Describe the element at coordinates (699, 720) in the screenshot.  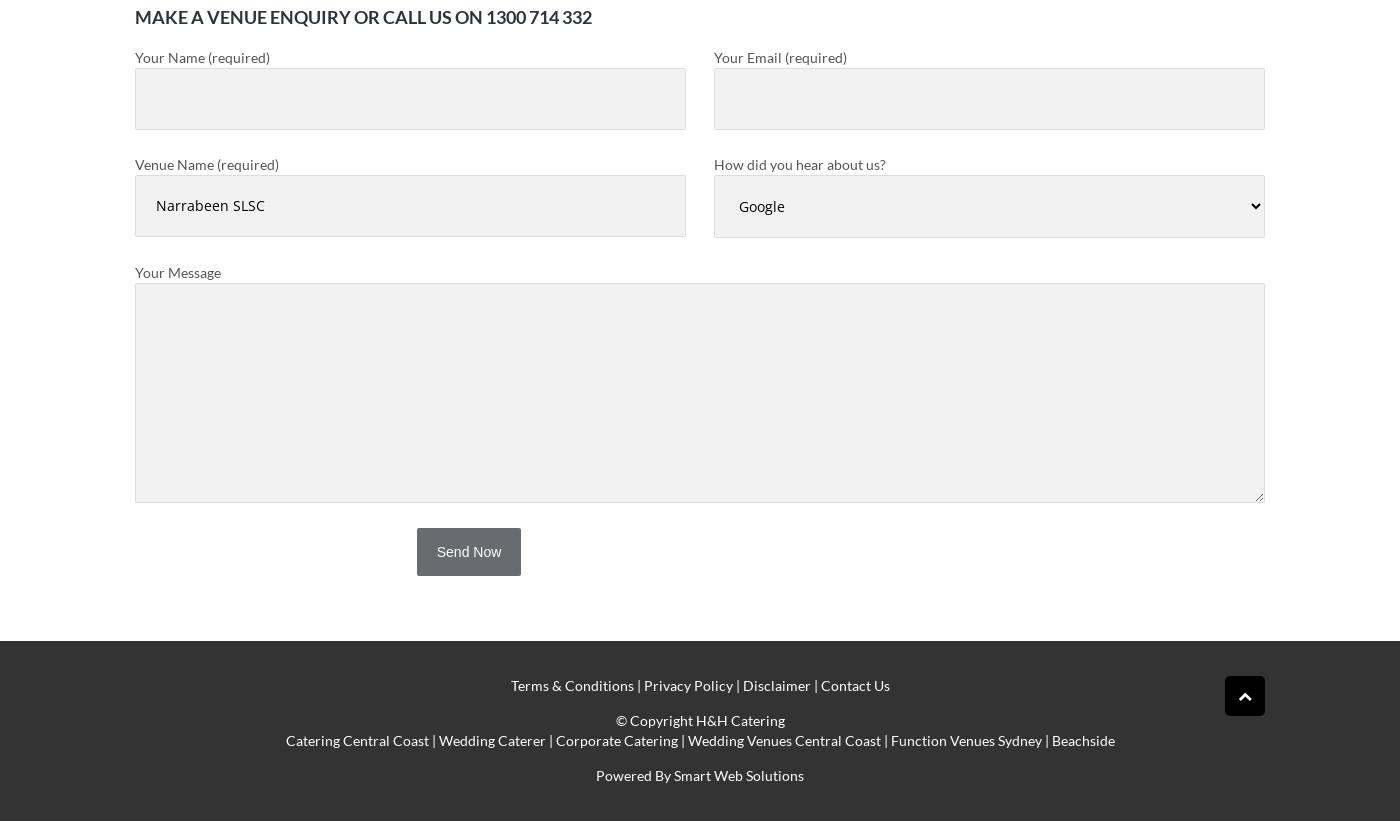
I see `'© Copyright H&H Catering'` at that location.